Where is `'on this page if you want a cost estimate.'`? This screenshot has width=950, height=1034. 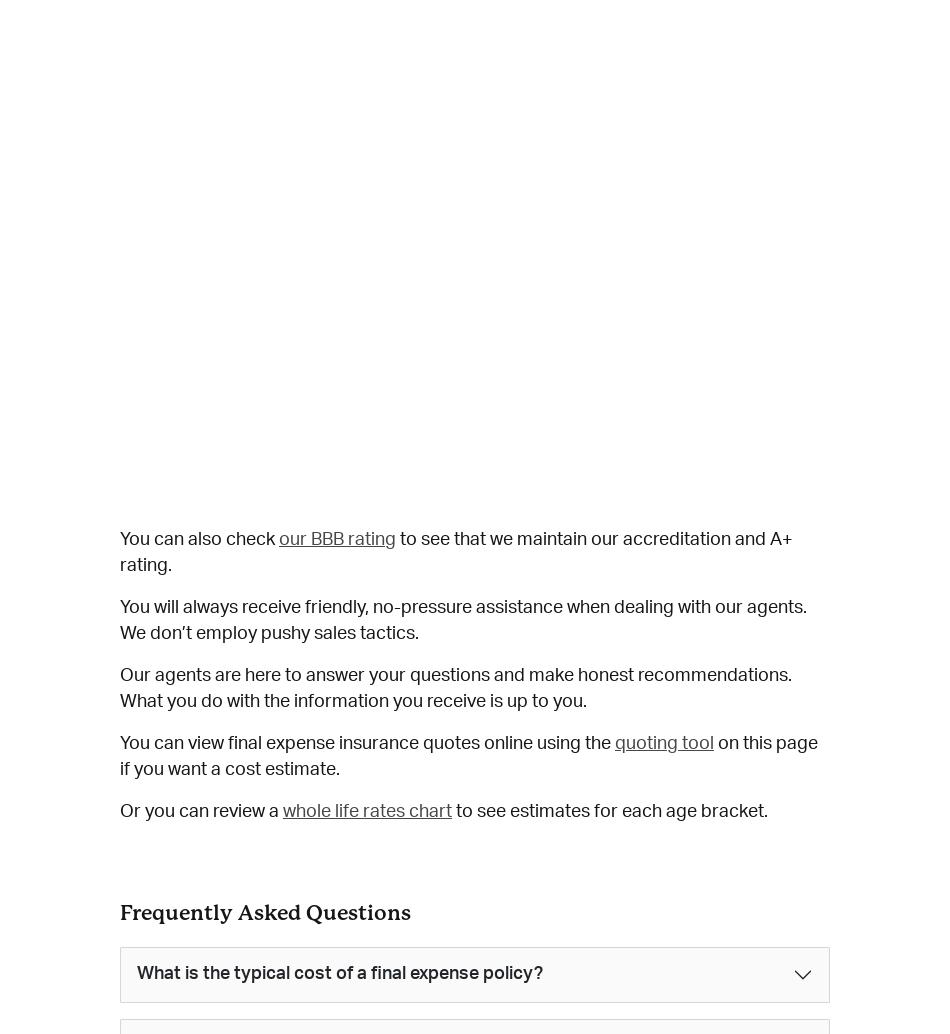
'on this page if you want a cost estimate.' is located at coordinates (119, 756).